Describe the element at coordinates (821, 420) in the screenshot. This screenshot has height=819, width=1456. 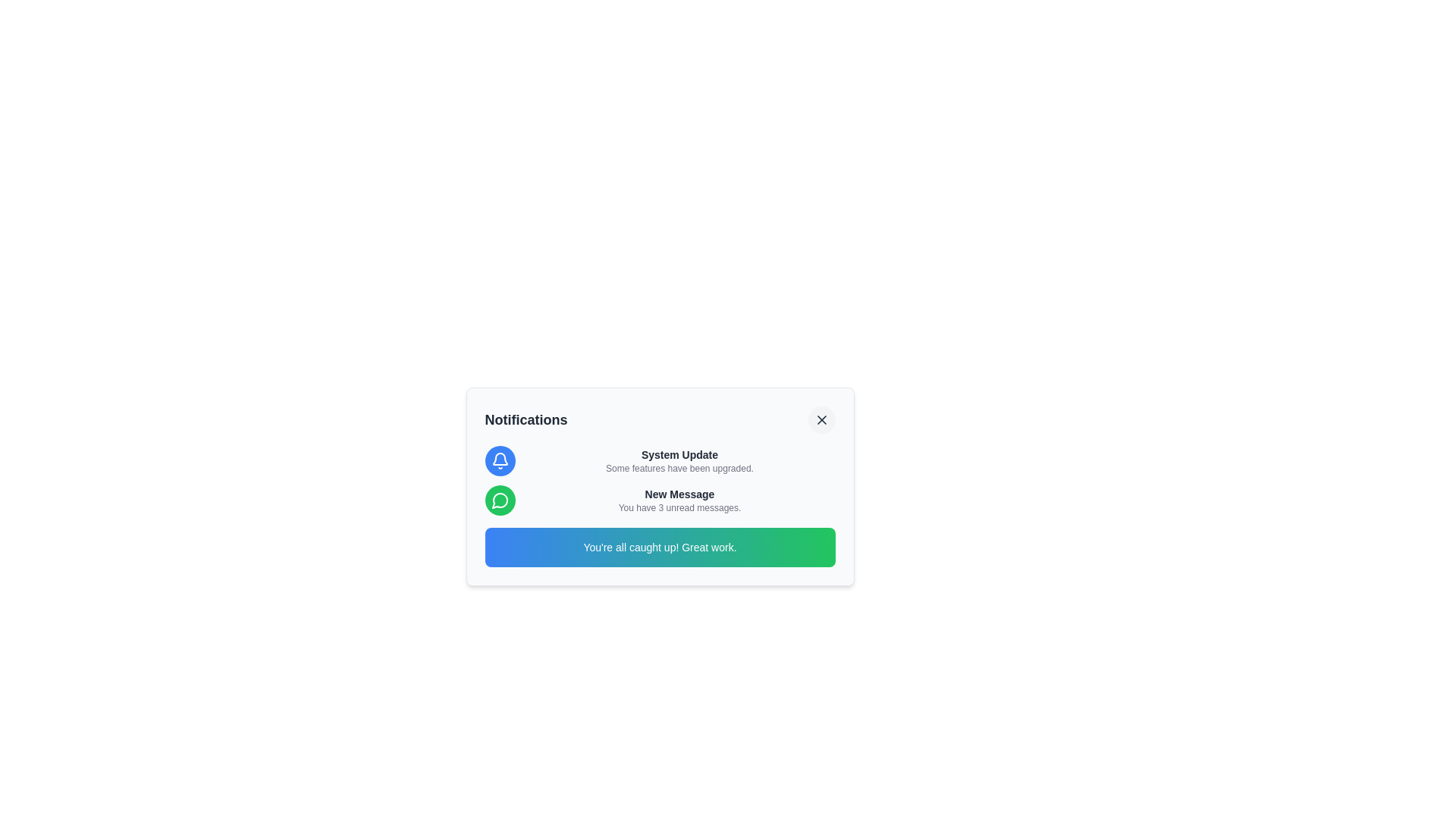
I see `the cross icon located at the top-right corner of the notification dialog` at that location.